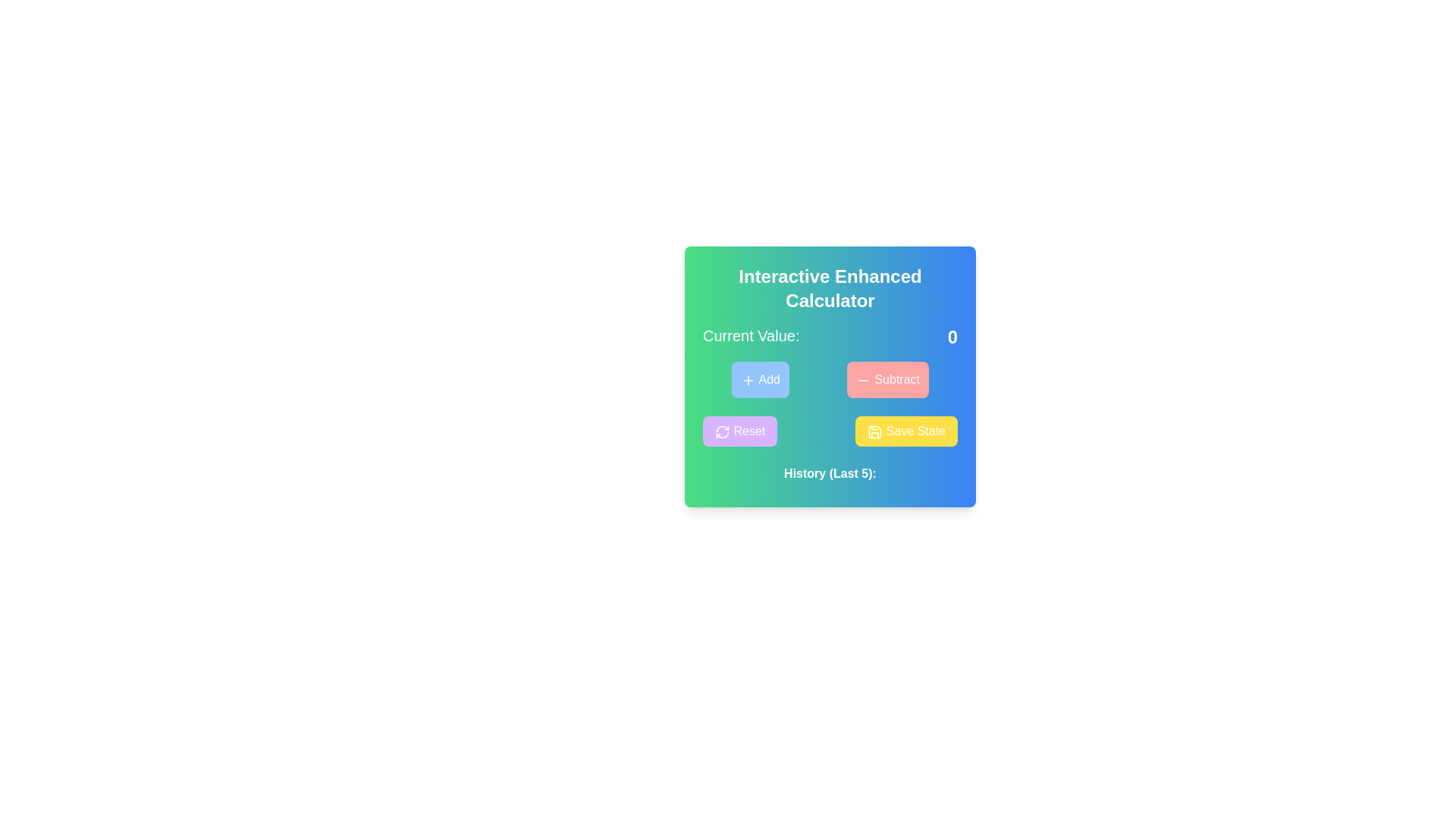 This screenshot has height=819, width=1456. What do you see at coordinates (888, 379) in the screenshot?
I see `the 'Subtract' button, which is a rectangular button with rounded corners and a red background, located to the right of the 'Add' button in the calculator interface` at bounding box center [888, 379].